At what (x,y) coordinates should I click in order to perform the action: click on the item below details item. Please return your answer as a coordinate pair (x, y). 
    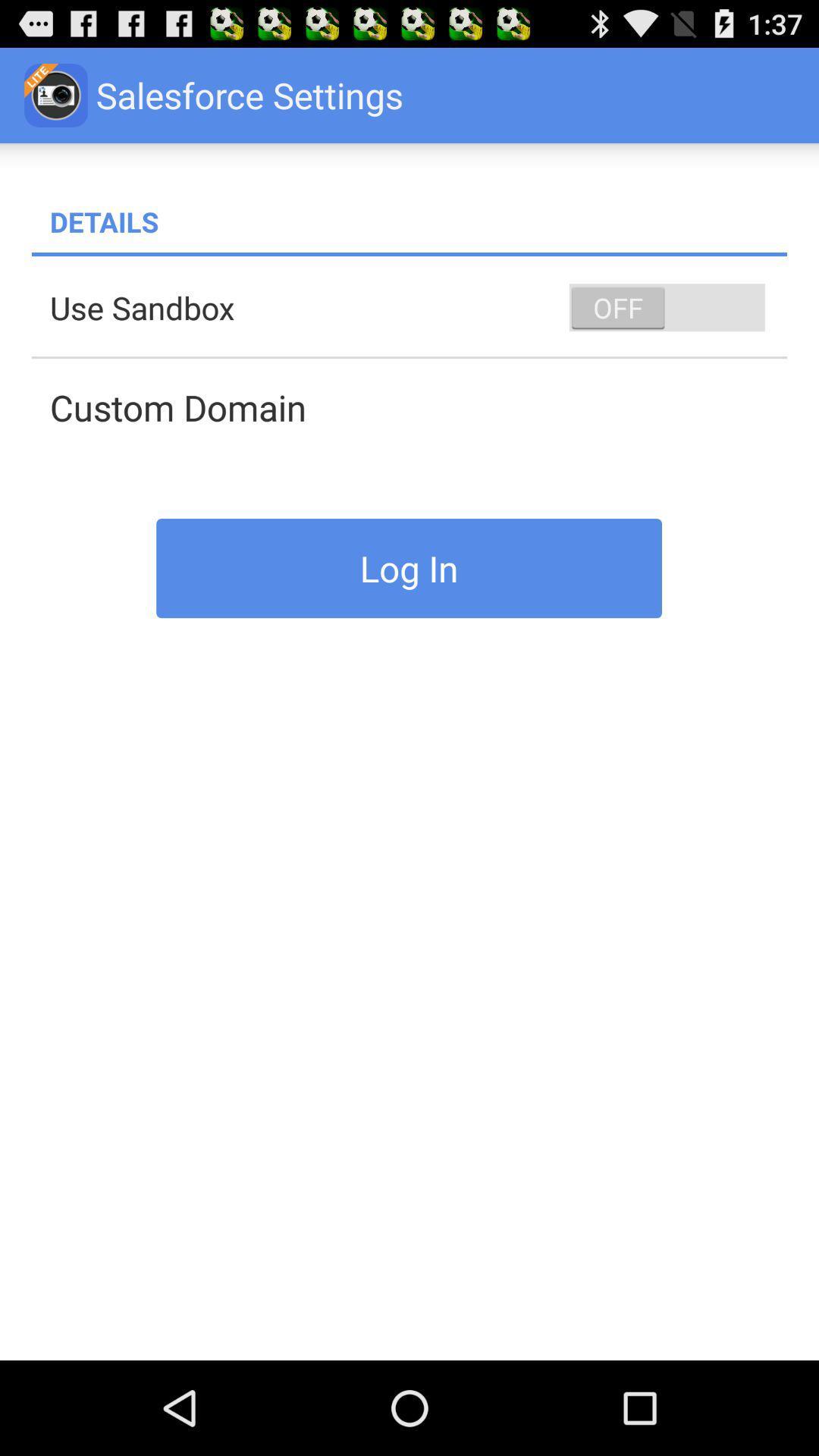
    Looking at the image, I should click on (409, 254).